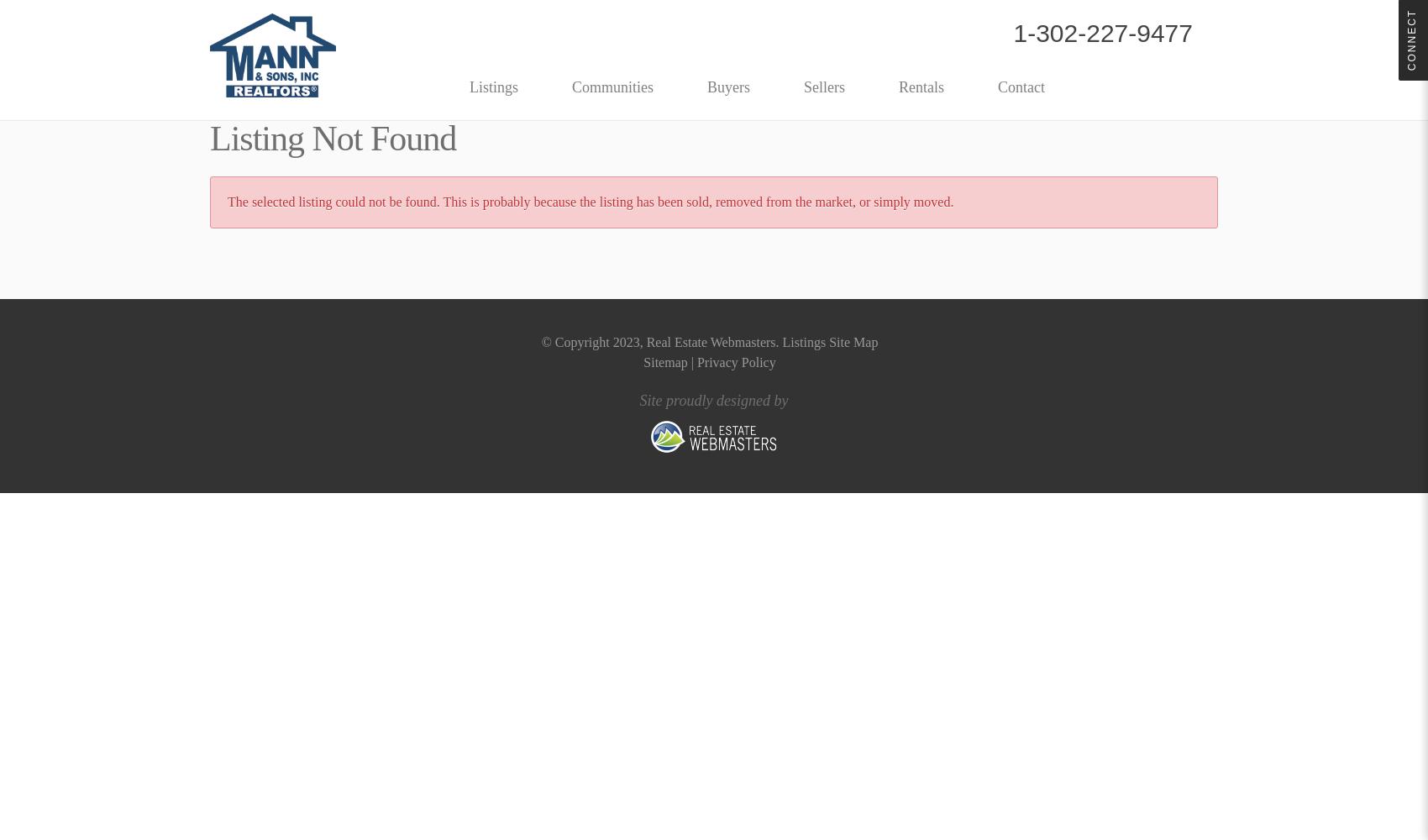  Describe the element at coordinates (829, 342) in the screenshot. I see `'Listings Site Map'` at that location.